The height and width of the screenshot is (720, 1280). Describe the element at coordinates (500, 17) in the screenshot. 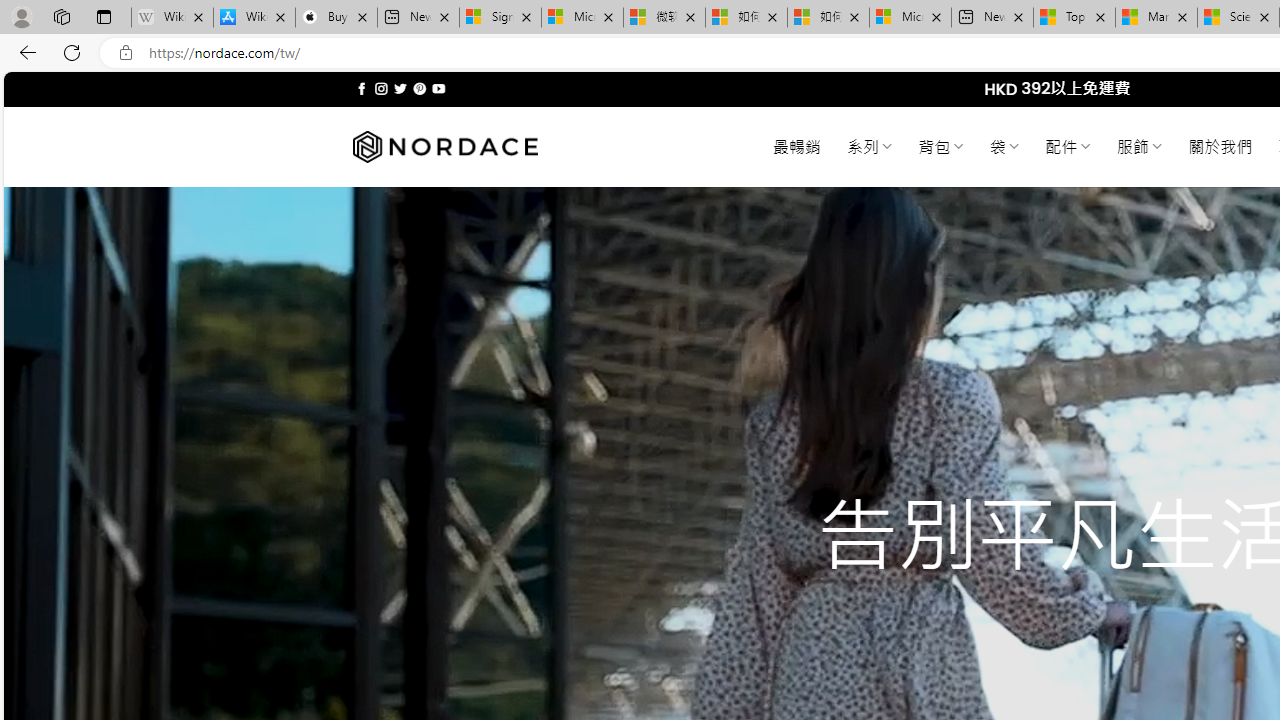

I see `'Sign in to your Microsoft account'` at that location.